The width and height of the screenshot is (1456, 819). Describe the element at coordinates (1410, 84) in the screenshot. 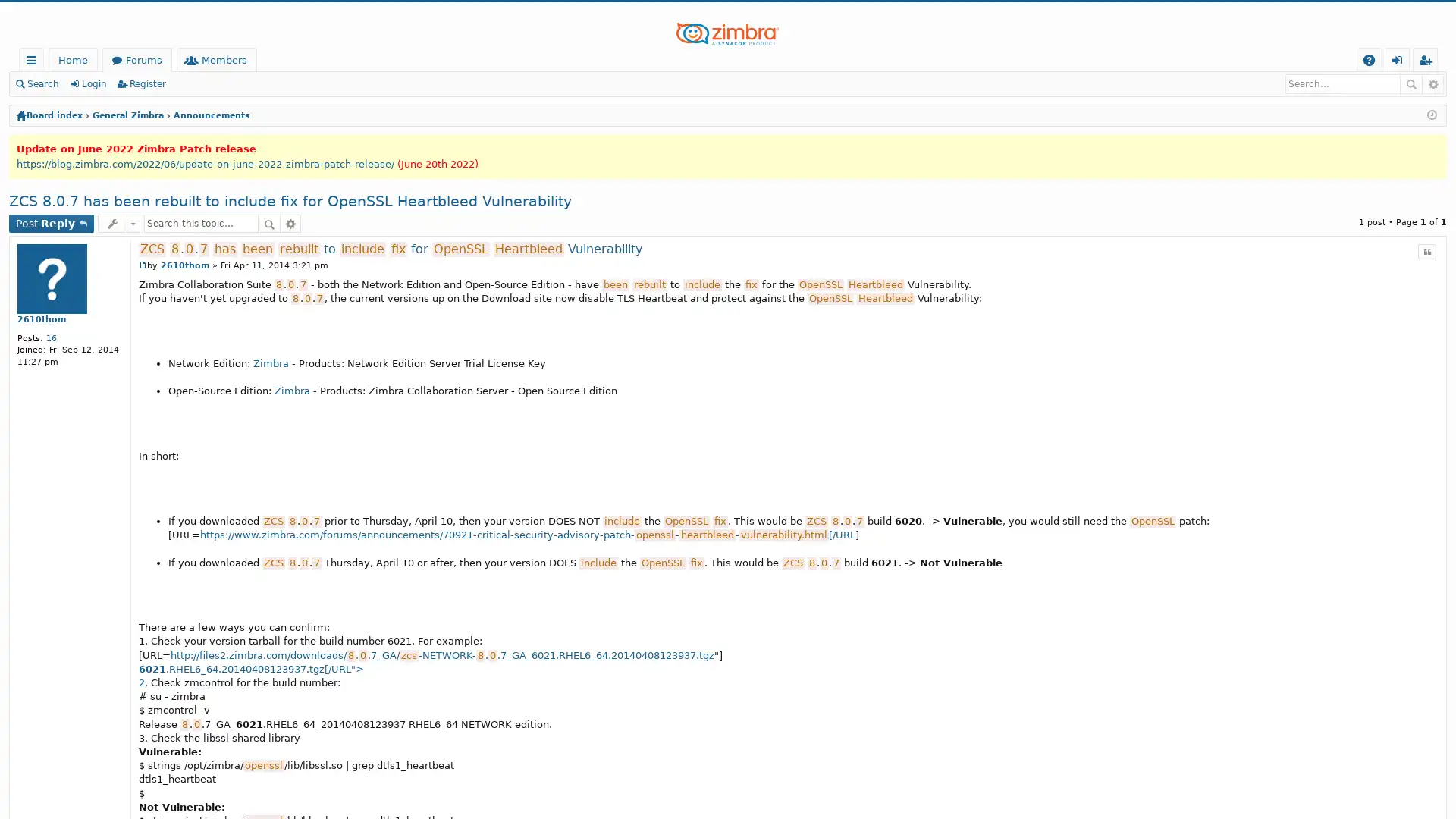

I see `Search` at that location.